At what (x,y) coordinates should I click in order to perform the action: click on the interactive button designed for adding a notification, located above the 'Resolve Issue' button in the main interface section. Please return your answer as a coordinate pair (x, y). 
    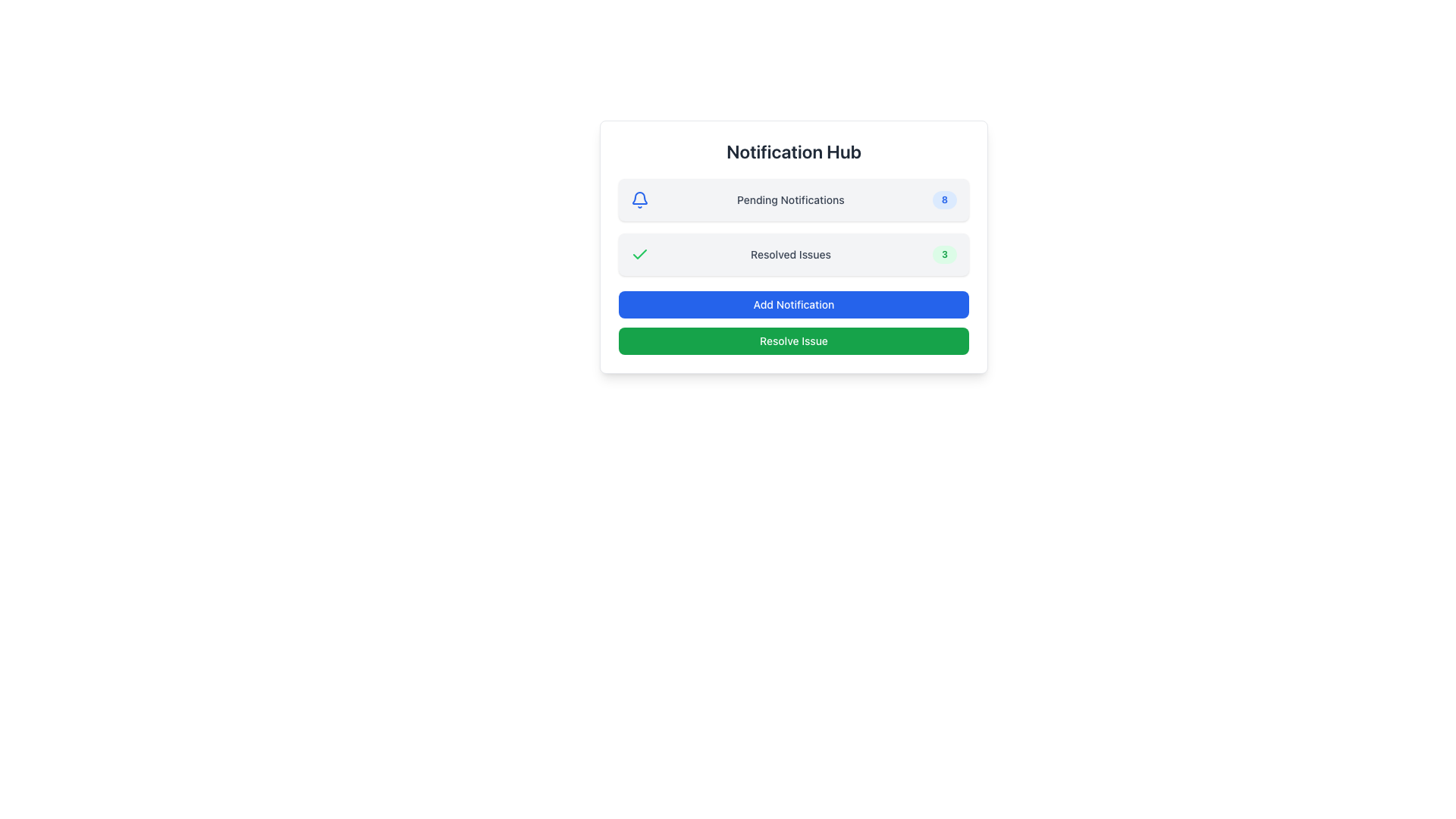
    Looking at the image, I should click on (792, 304).